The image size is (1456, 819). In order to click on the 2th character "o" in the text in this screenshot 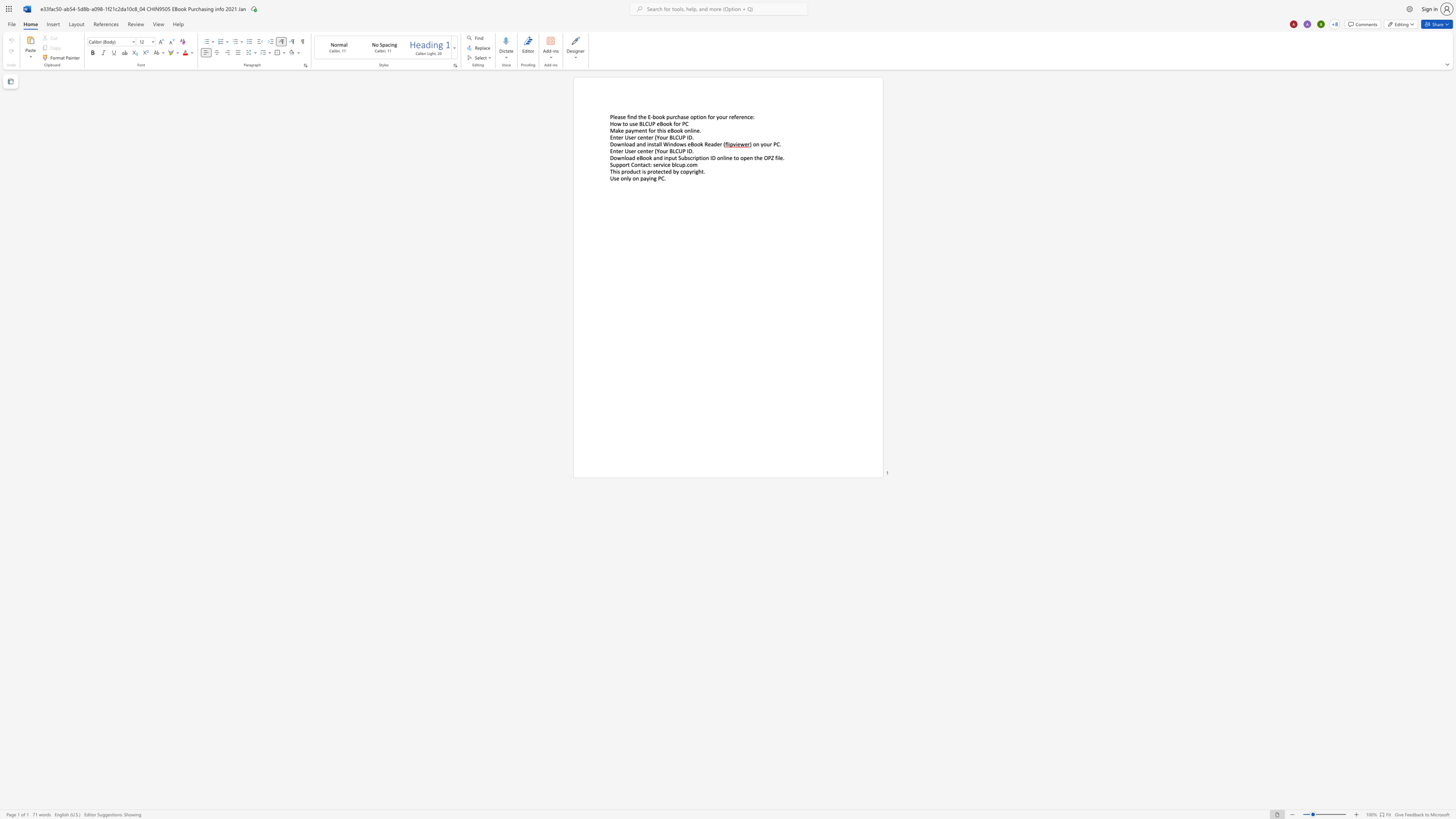, I will do `click(627, 157)`.